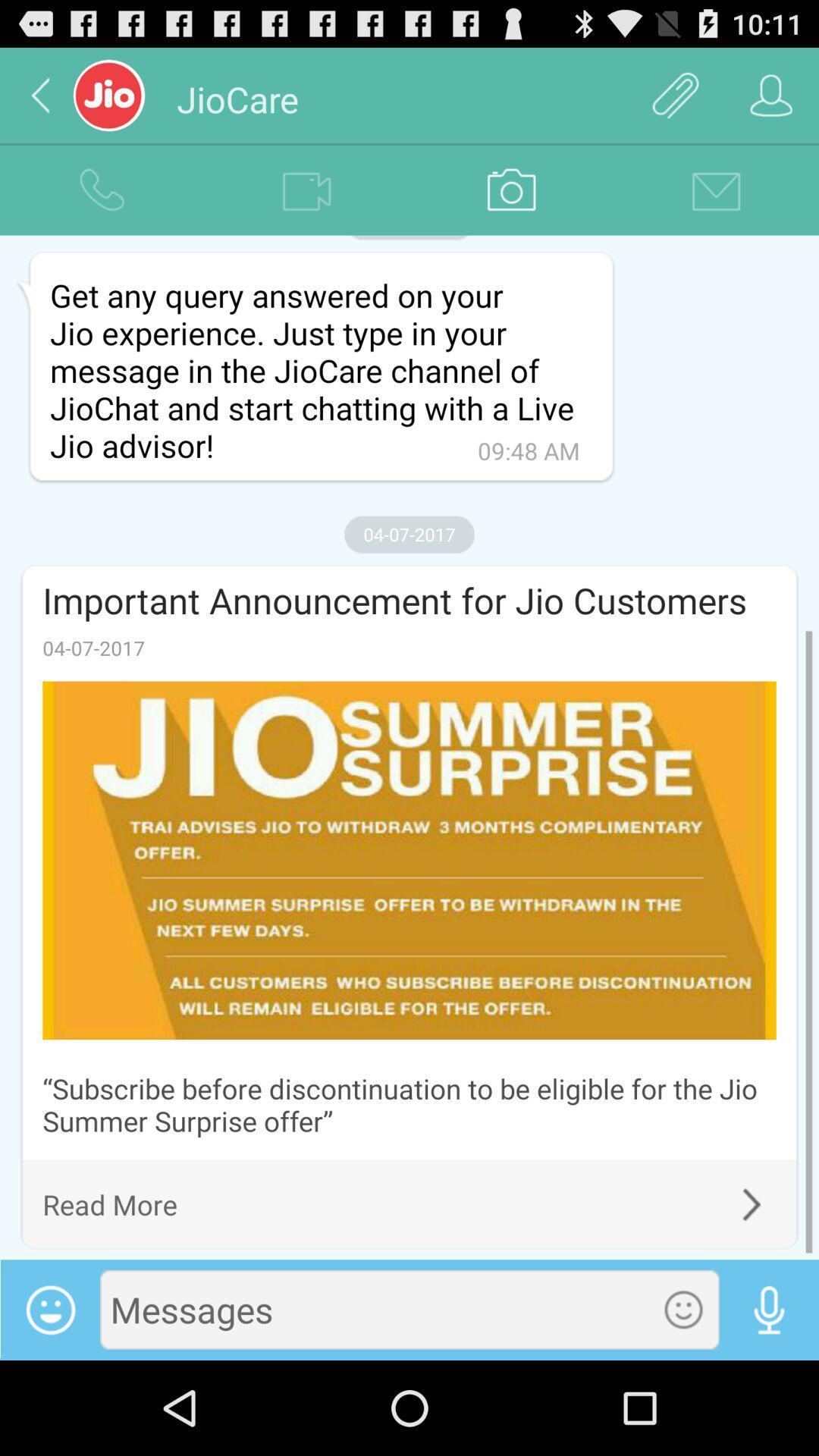 The height and width of the screenshot is (1456, 819). Describe the element at coordinates (683, 1401) in the screenshot. I see `the emoji icon` at that location.